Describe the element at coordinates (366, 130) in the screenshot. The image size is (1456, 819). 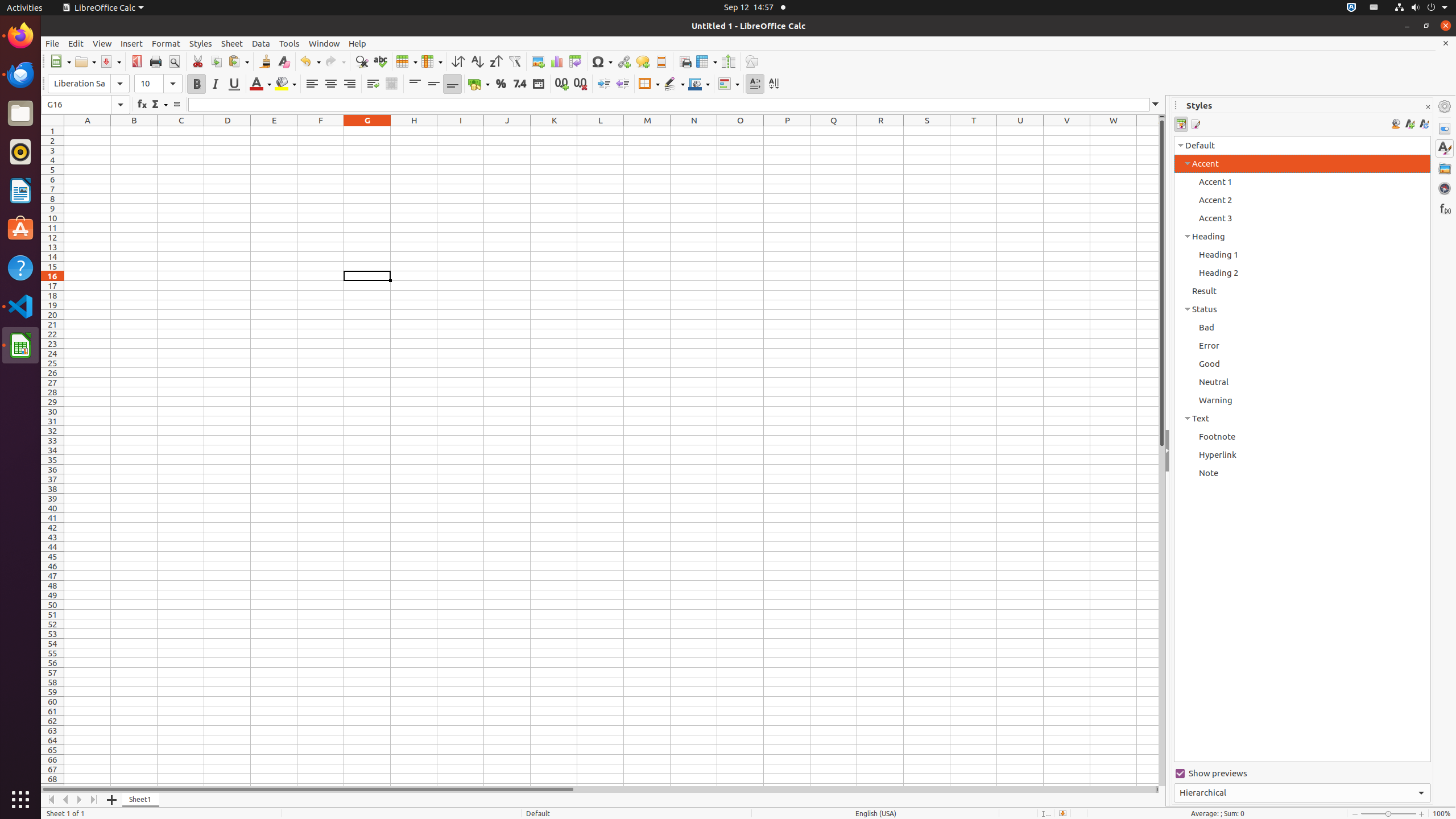
I see `'G1'` at that location.